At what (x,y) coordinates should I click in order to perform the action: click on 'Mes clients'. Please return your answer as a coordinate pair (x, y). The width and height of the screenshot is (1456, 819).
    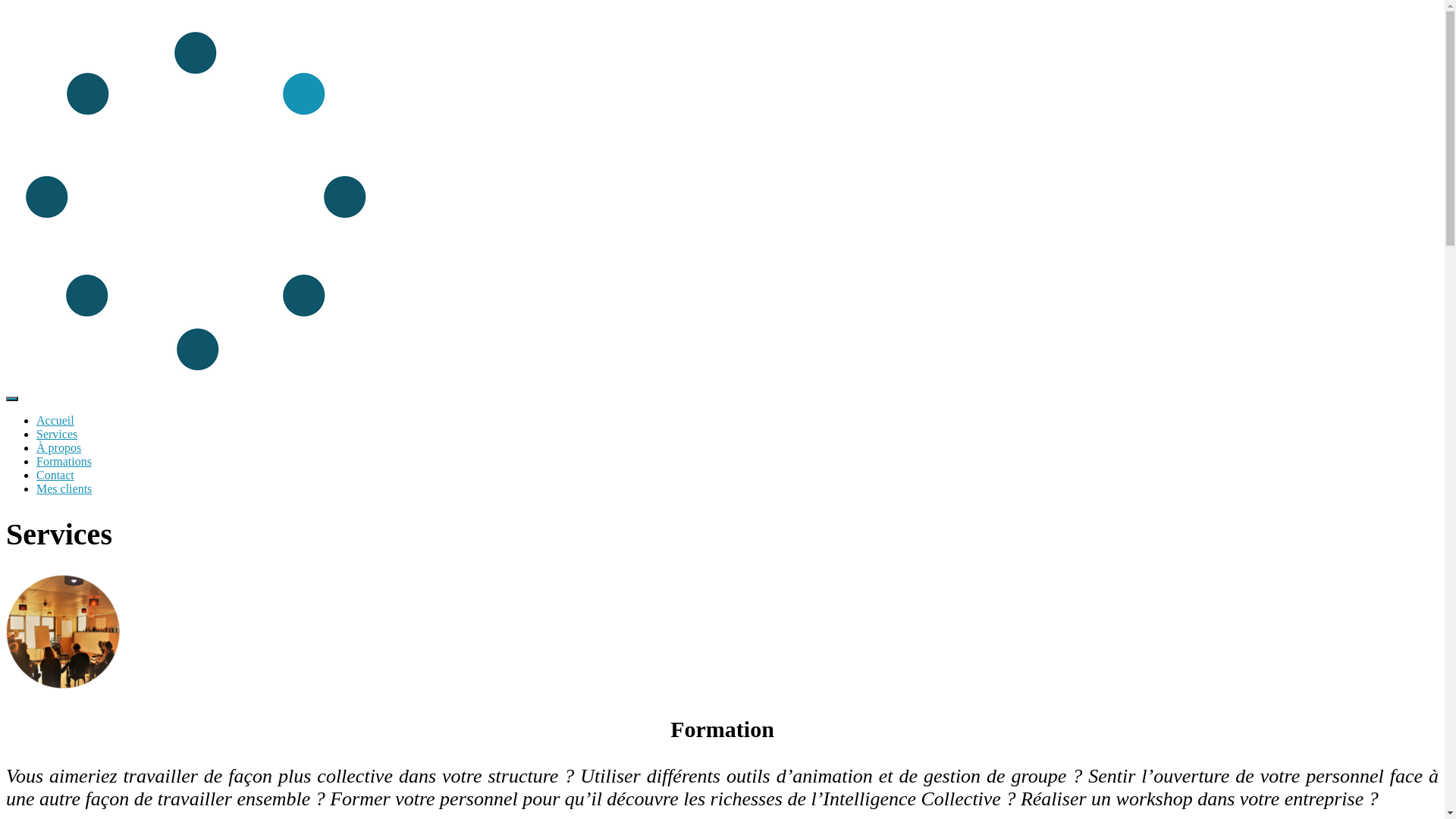
    Looking at the image, I should click on (63, 488).